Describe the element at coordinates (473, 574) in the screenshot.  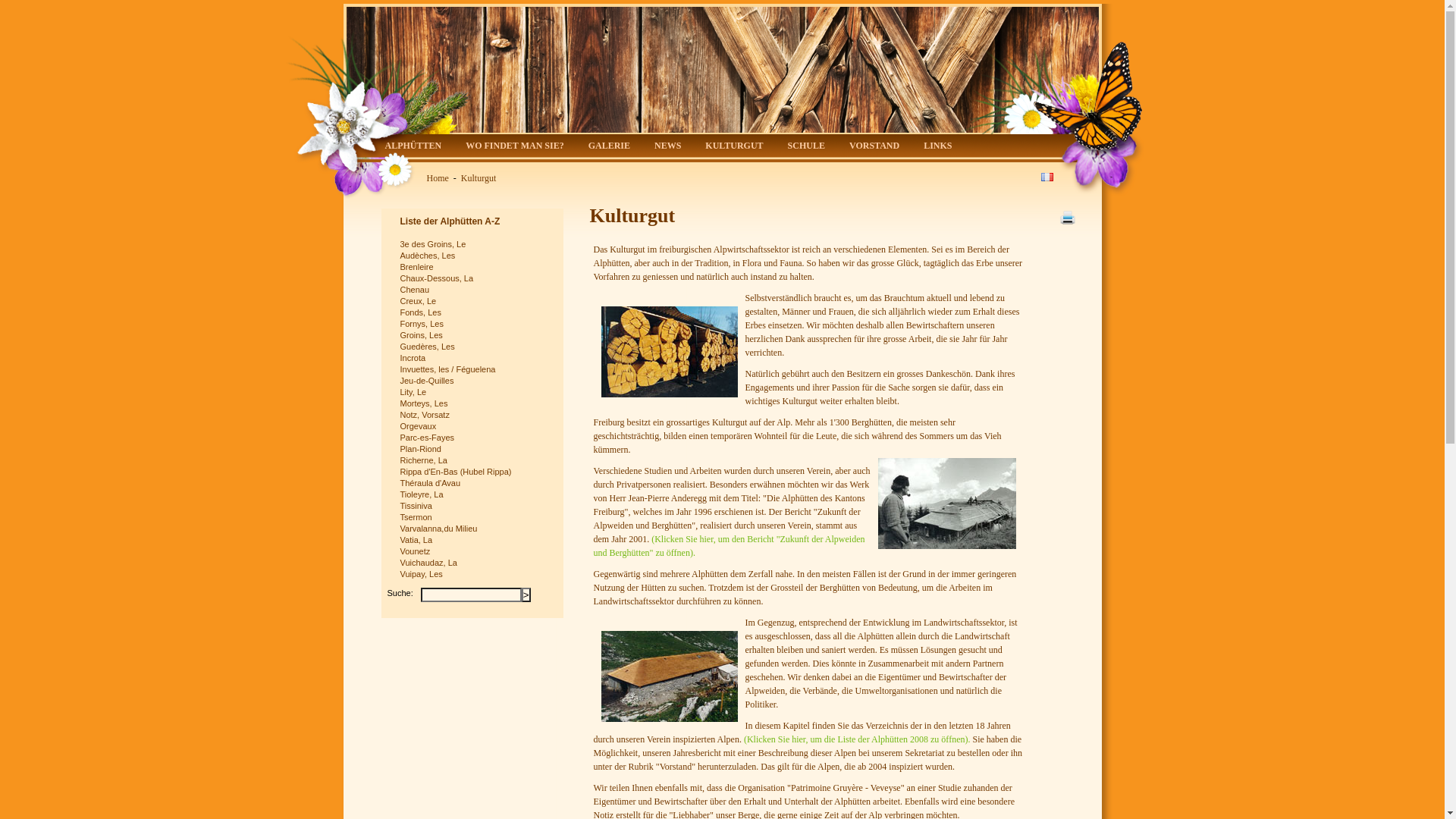
I see `'Vuipay, Les'` at that location.